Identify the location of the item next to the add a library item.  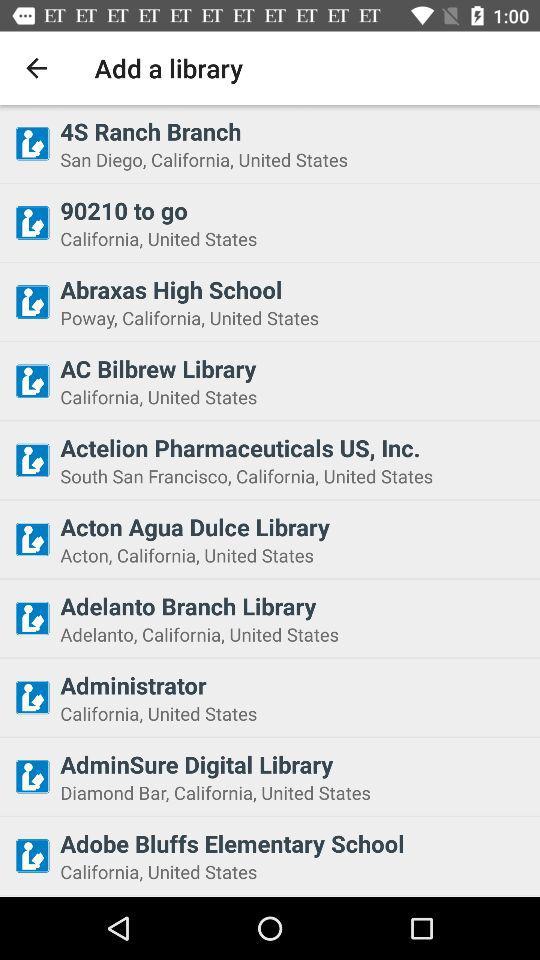
(36, 68).